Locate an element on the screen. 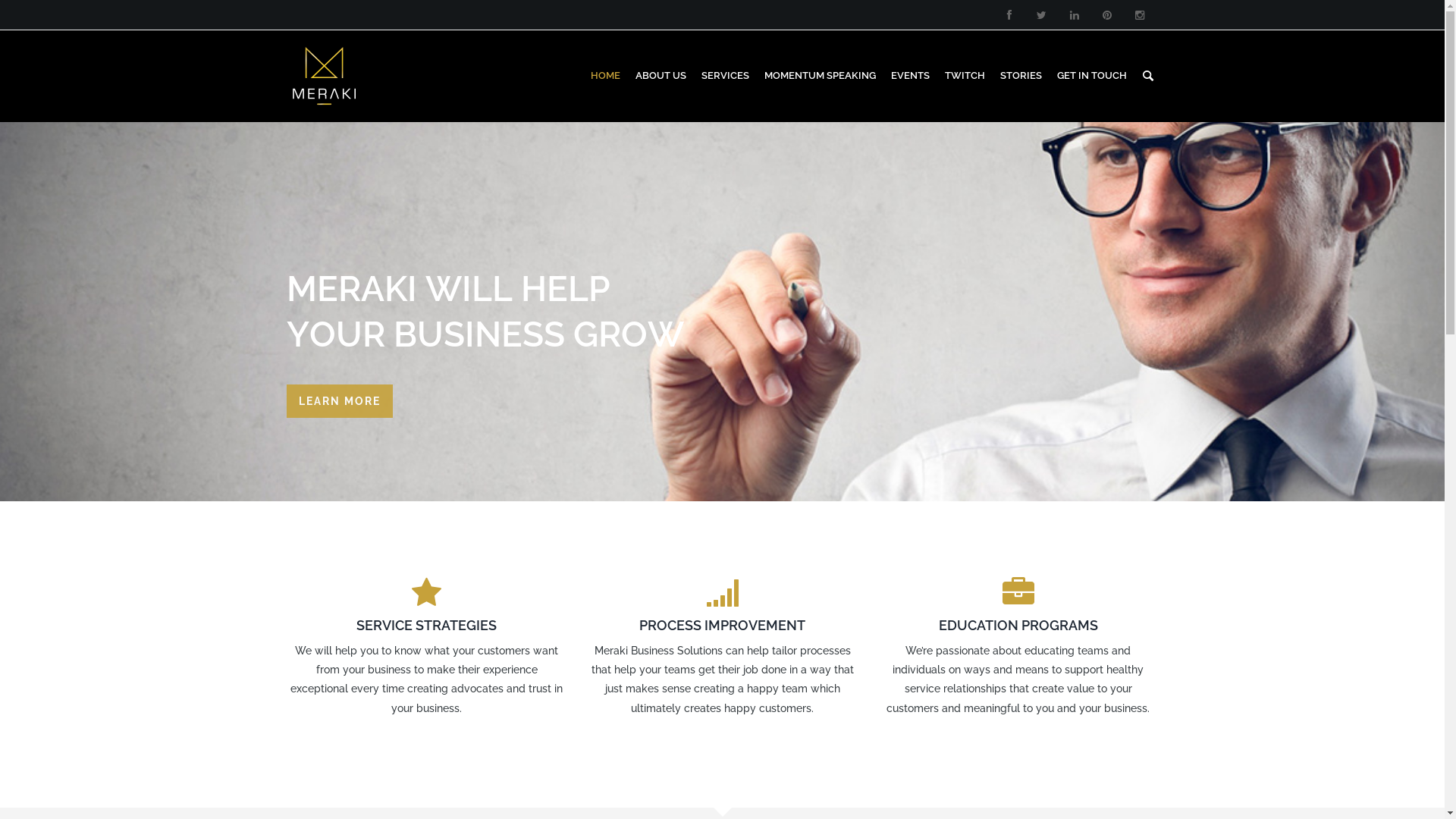 The width and height of the screenshot is (1456, 819). 'STORIES' is located at coordinates (1020, 76).